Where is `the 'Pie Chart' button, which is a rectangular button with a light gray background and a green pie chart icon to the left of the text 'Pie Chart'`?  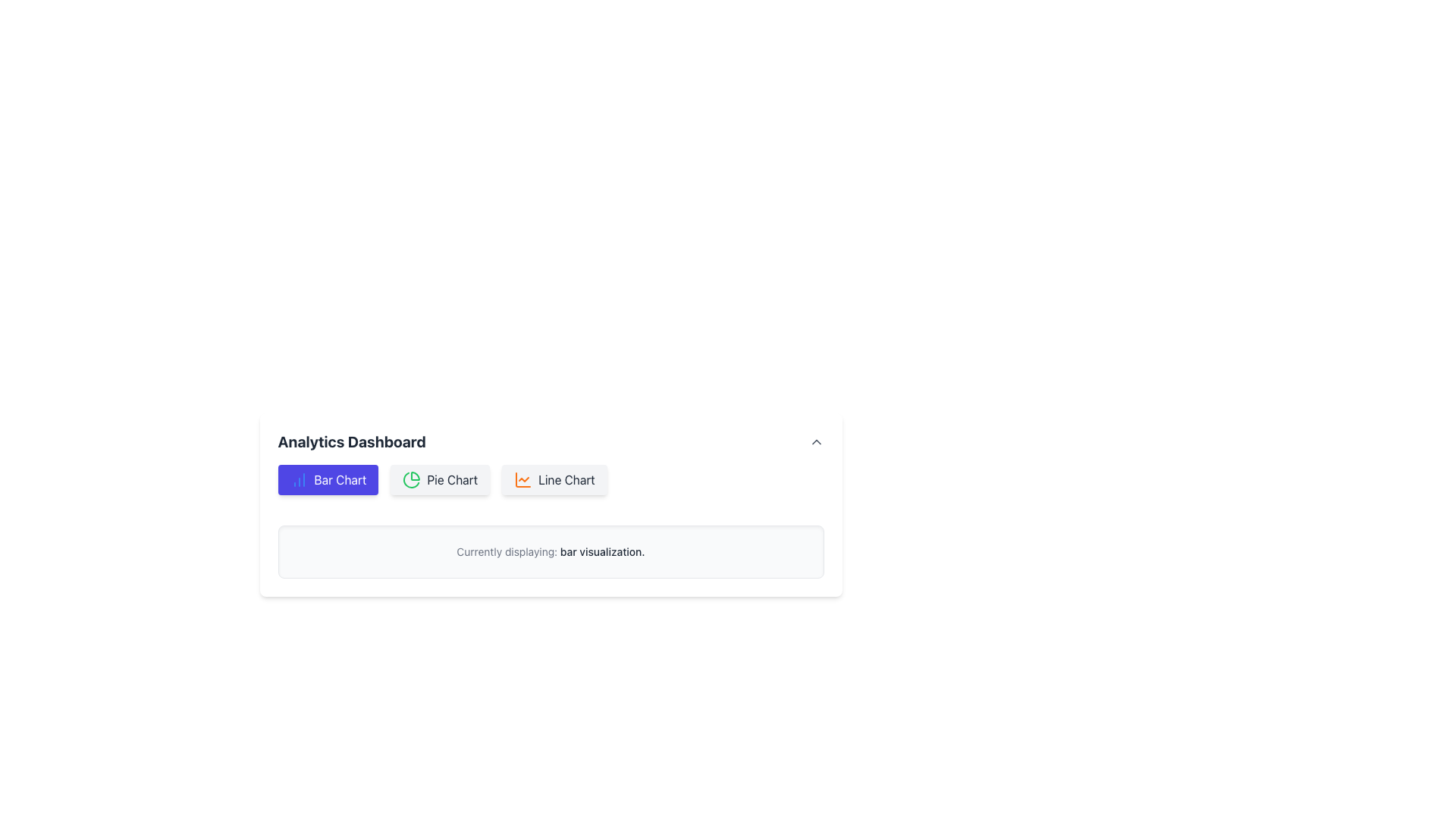 the 'Pie Chart' button, which is a rectangular button with a light gray background and a green pie chart icon to the left of the text 'Pie Chart' is located at coordinates (439, 479).